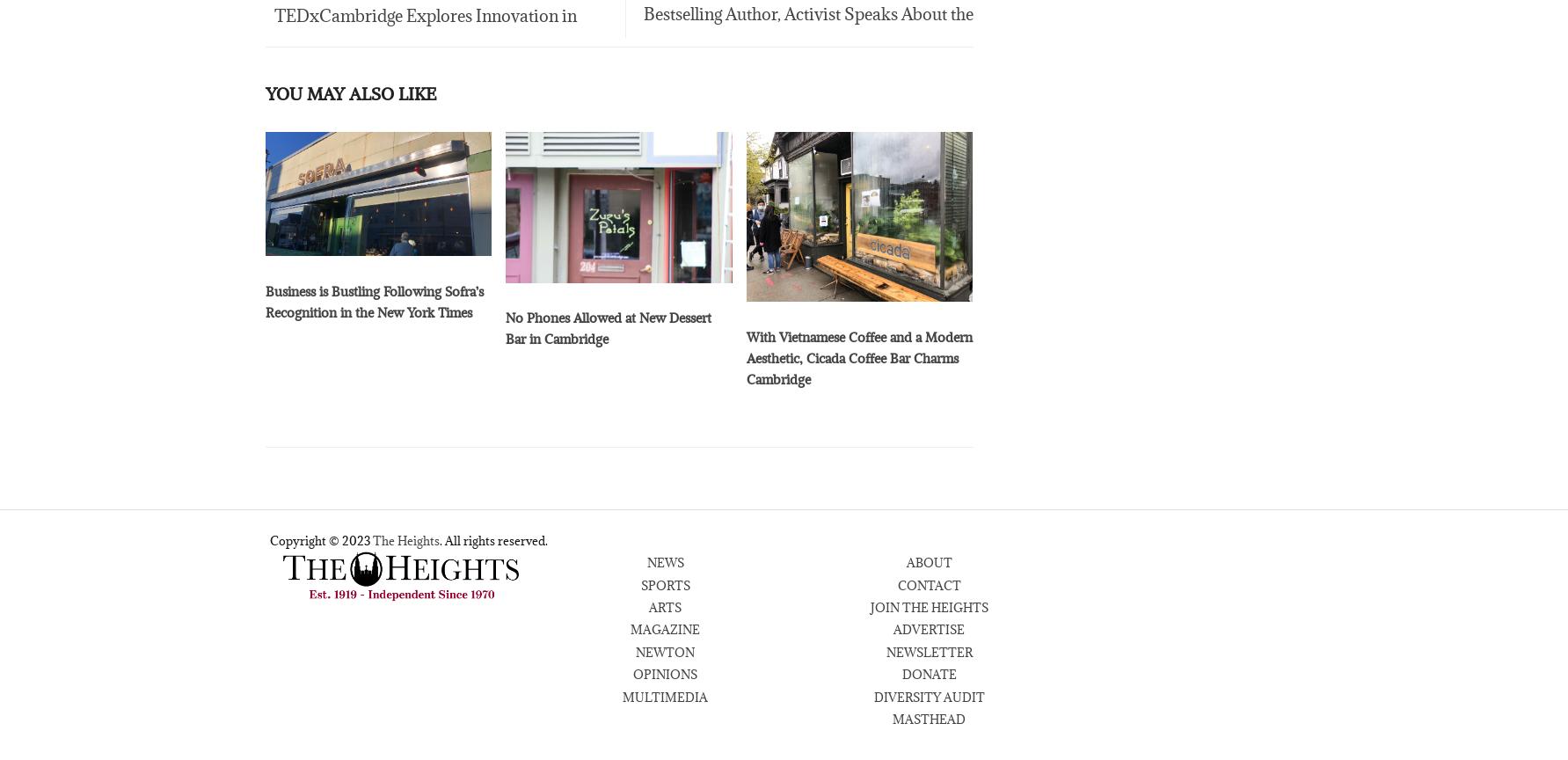 The height and width of the screenshot is (760, 1568). Describe the element at coordinates (663, 588) in the screenshot. I see `'SPORTS'` at that location.